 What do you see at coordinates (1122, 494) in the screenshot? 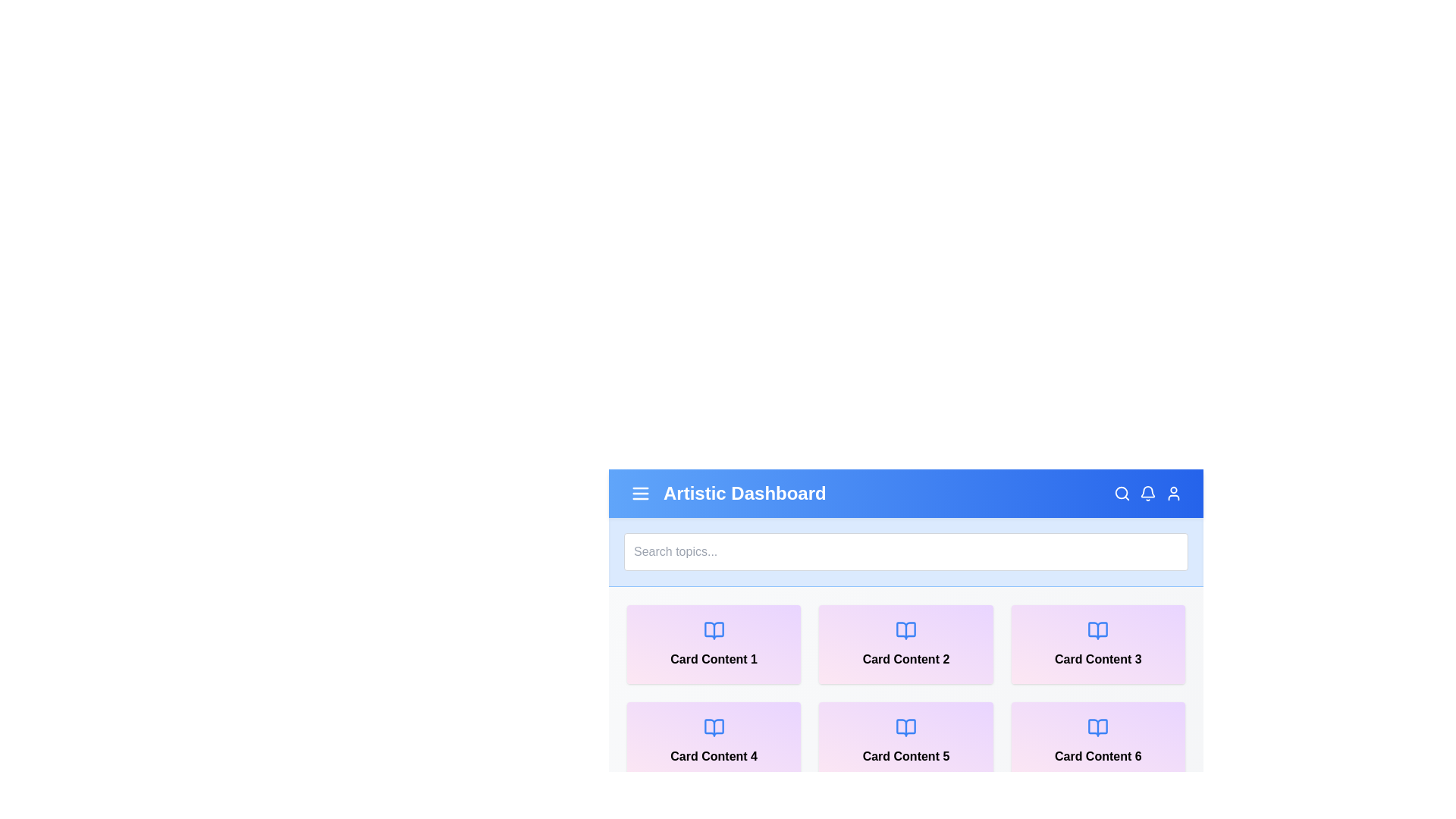
I see `the navigation bar elements: search_icon` at bounding box center [1122, 494].